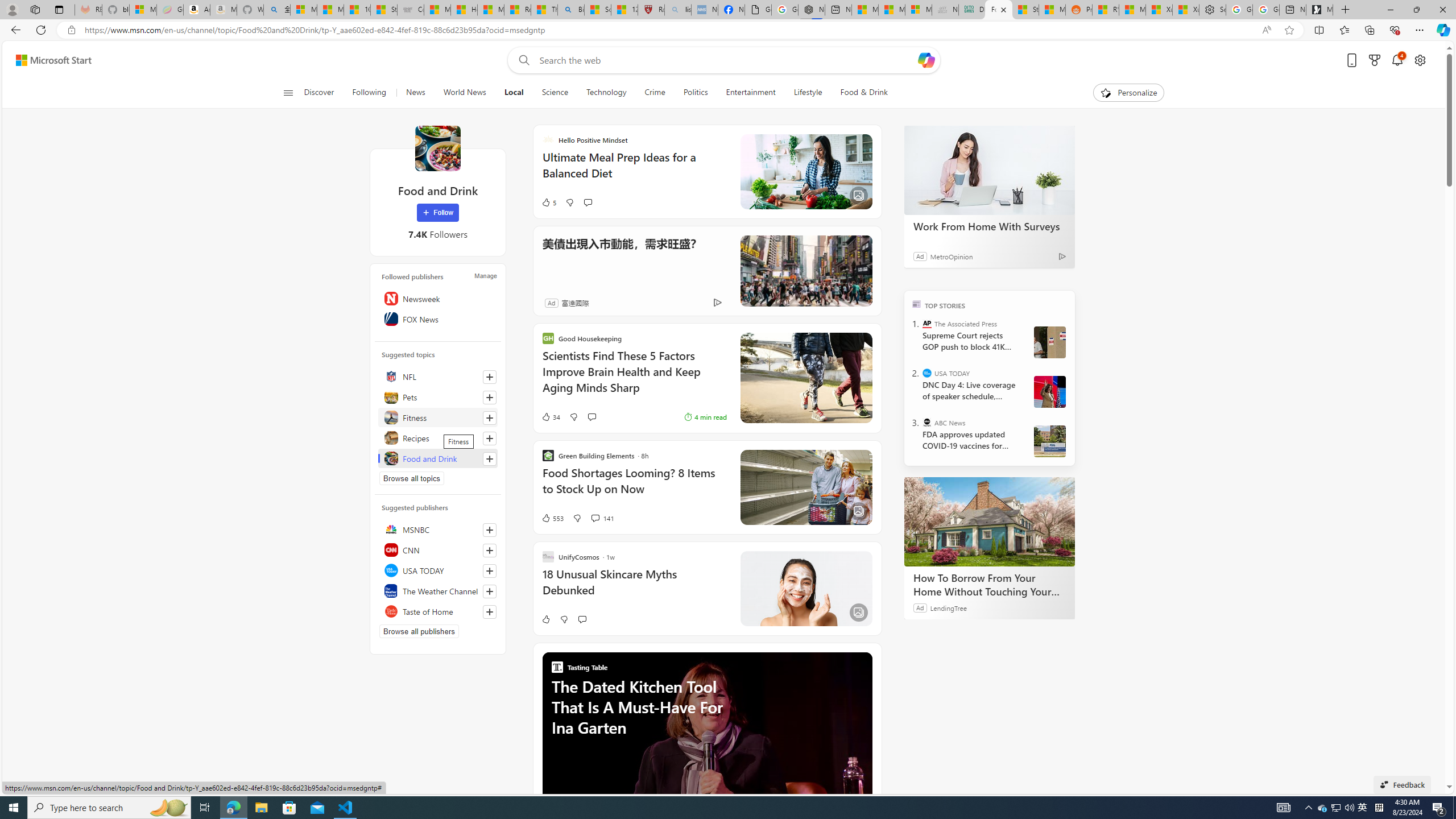 This screenshot has width=1456, height=819. I want to click on 'Web search', so click(521, 60).